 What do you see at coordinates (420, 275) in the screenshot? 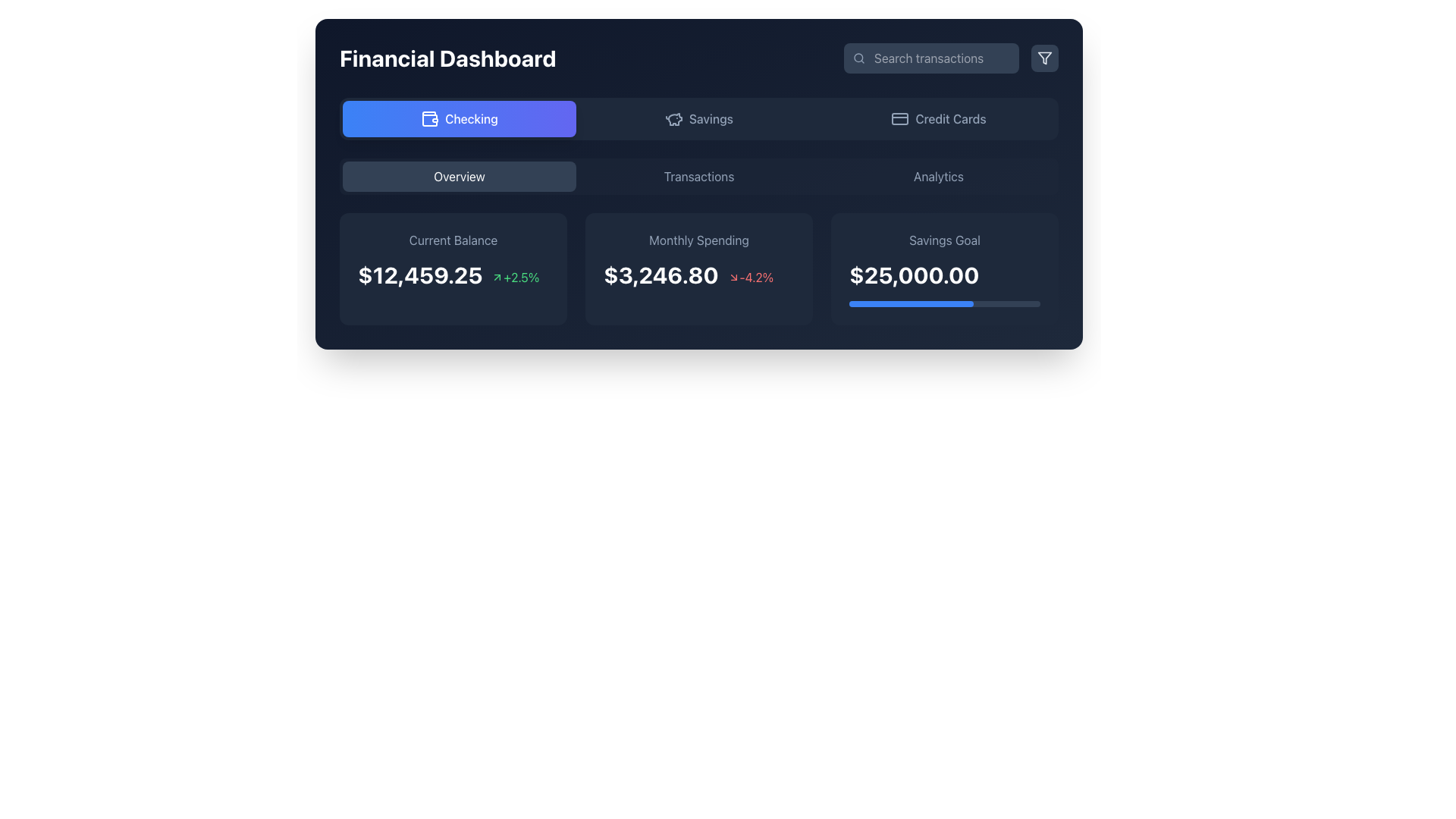
I see `displayed current balance value for the 'Checking' account, which is located in the leftmost section of the financial metrics row below the 'Current Balance' label` at bounding box center [420, 275].